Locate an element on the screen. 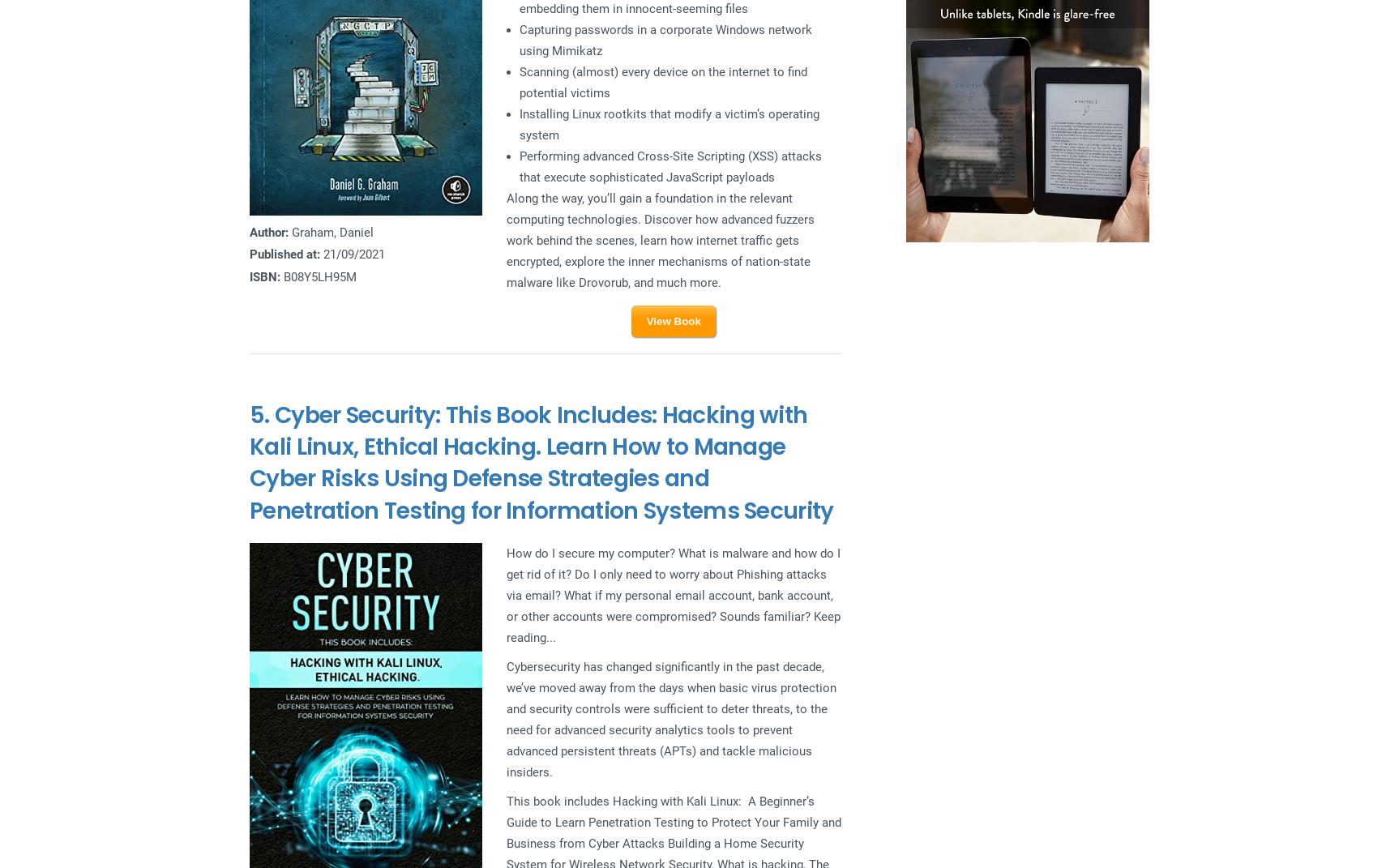  'How do I secure my computer? What is malware and how do I
get rid of it? Do I only need to worry about Phishing attacks via email? What
if my personal email account, bank account, or other accounts were compromised?
Sounds familiar? Keep reading...' is located at coordinates (672, 594).